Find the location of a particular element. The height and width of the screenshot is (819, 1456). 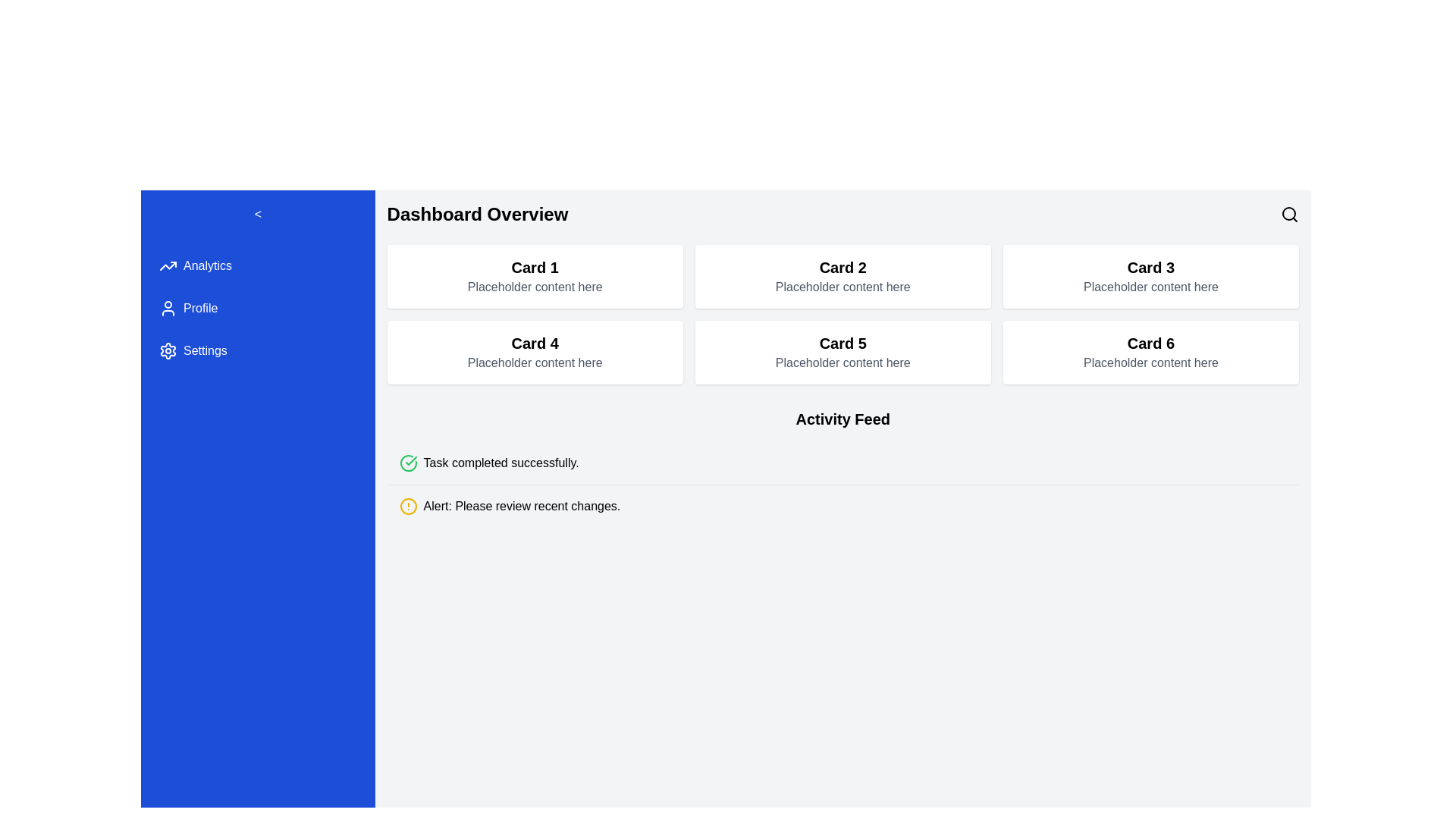

the upward trend arrow icon in the side navigation bar that represents the 'Analytics' option is located at coordinates (168, 265).